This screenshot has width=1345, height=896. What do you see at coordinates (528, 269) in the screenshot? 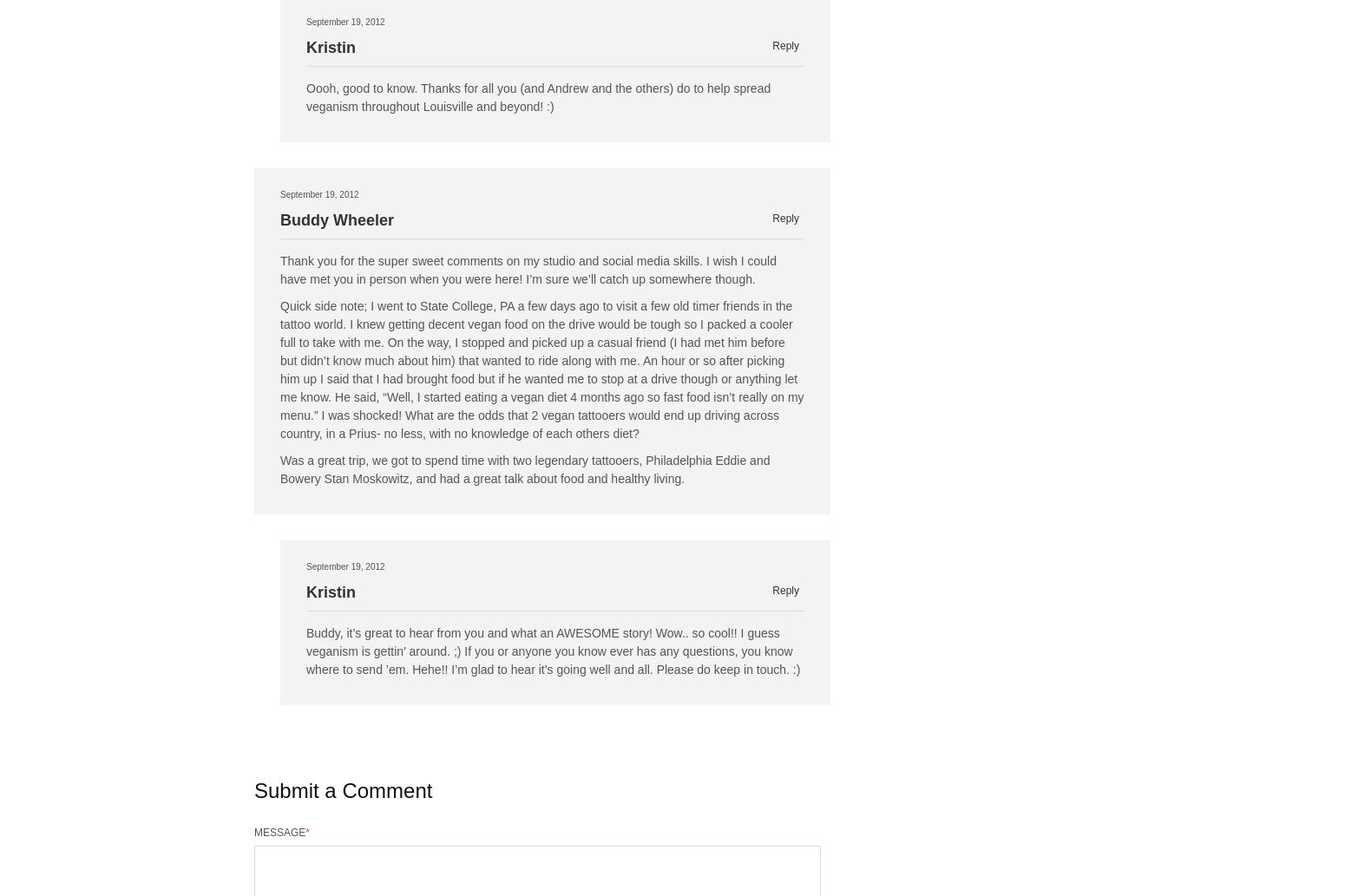
I see `'Thank you for the super sweet comments on my studio and social media skills.  I wish I could have met you in person when you were here!  I’m sure we’ll catch up somewhere though.'` at bounding box center [528, 269].